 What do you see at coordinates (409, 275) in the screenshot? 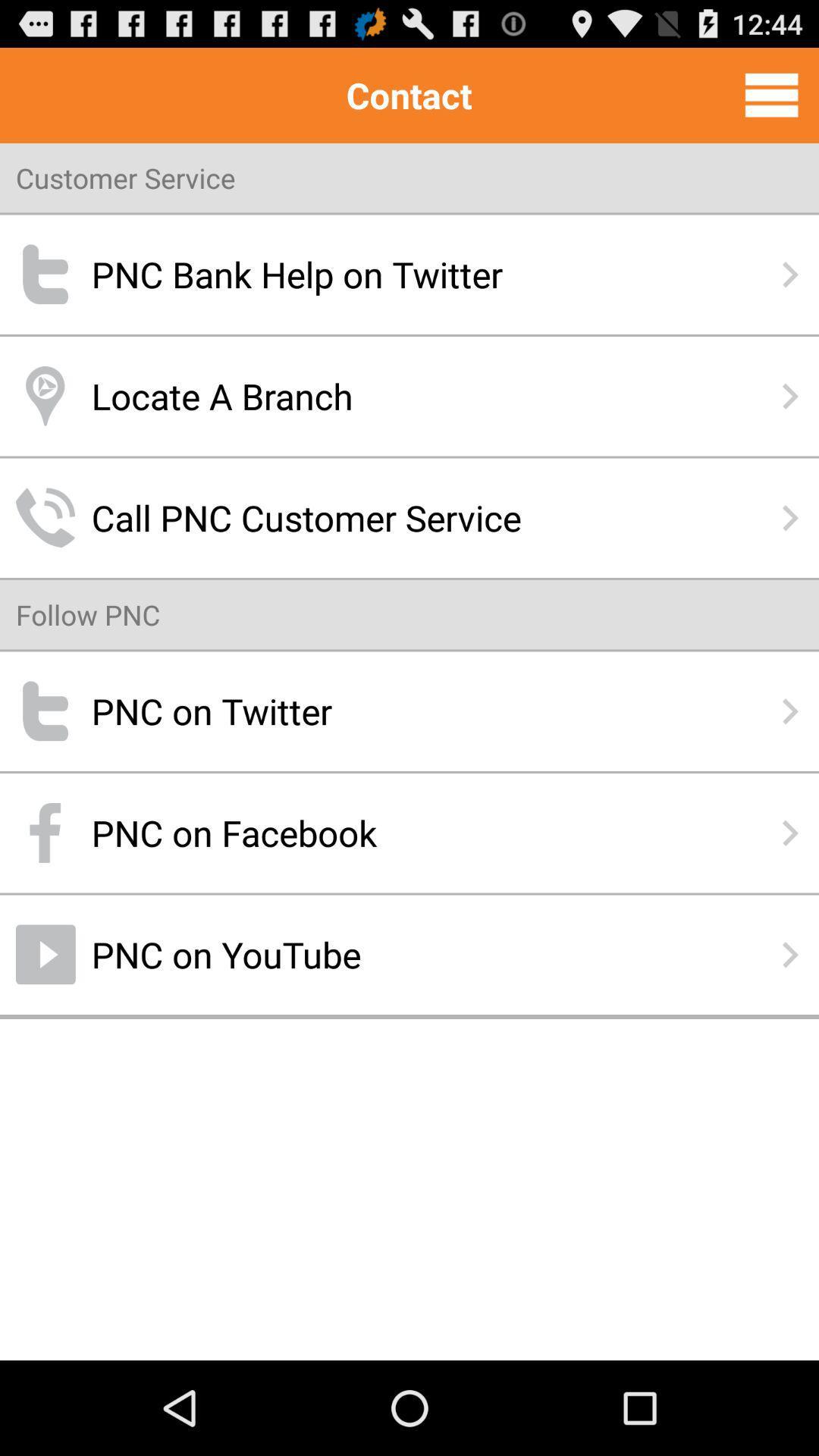
I see `item below the customer service` at bounding box center [409, 275].